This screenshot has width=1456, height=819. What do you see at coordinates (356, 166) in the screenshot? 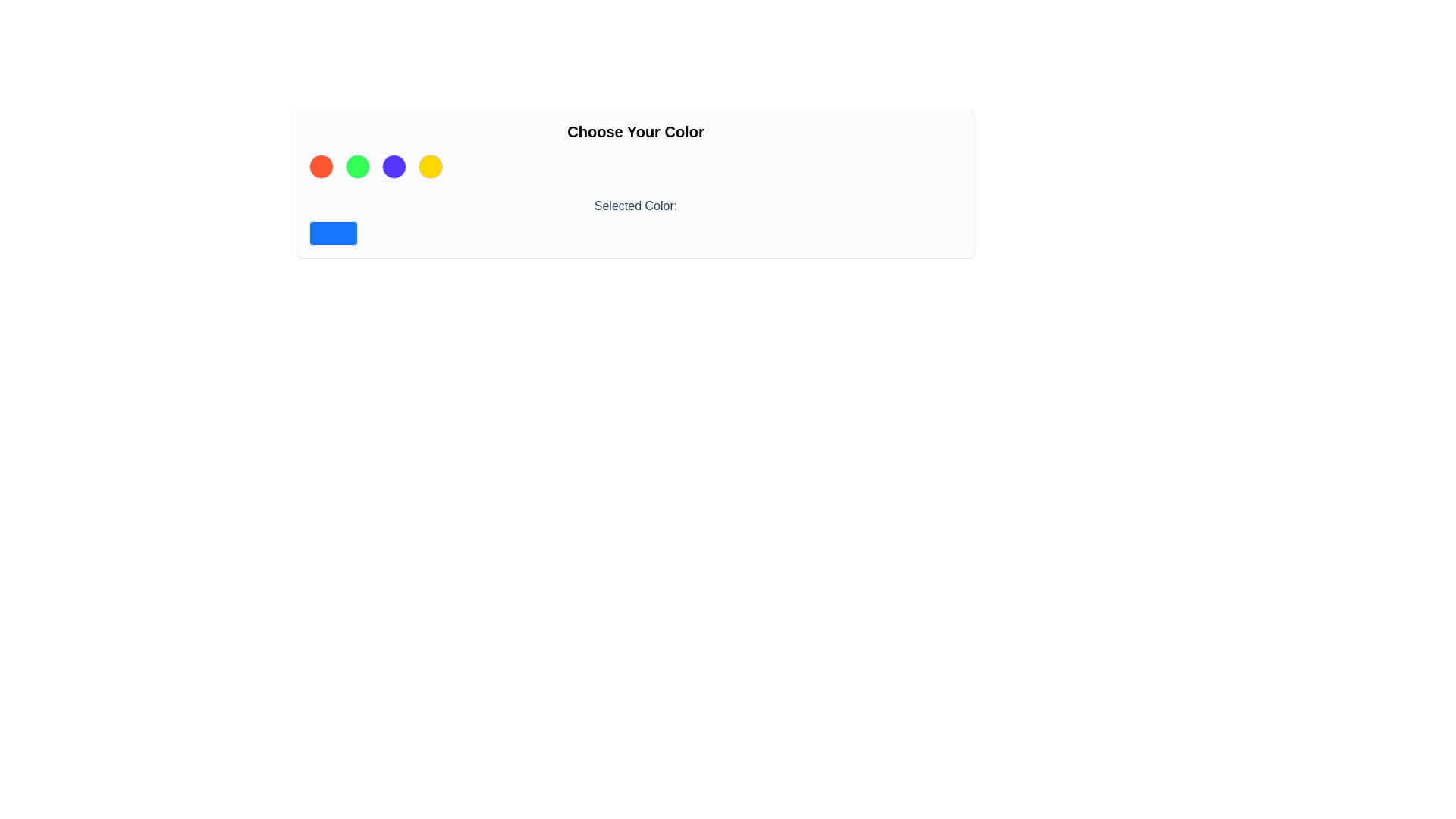
I see `the second circular color indicator in the color selection group located below the 'Choose Your Color' label` at bounding box center [356, 166].